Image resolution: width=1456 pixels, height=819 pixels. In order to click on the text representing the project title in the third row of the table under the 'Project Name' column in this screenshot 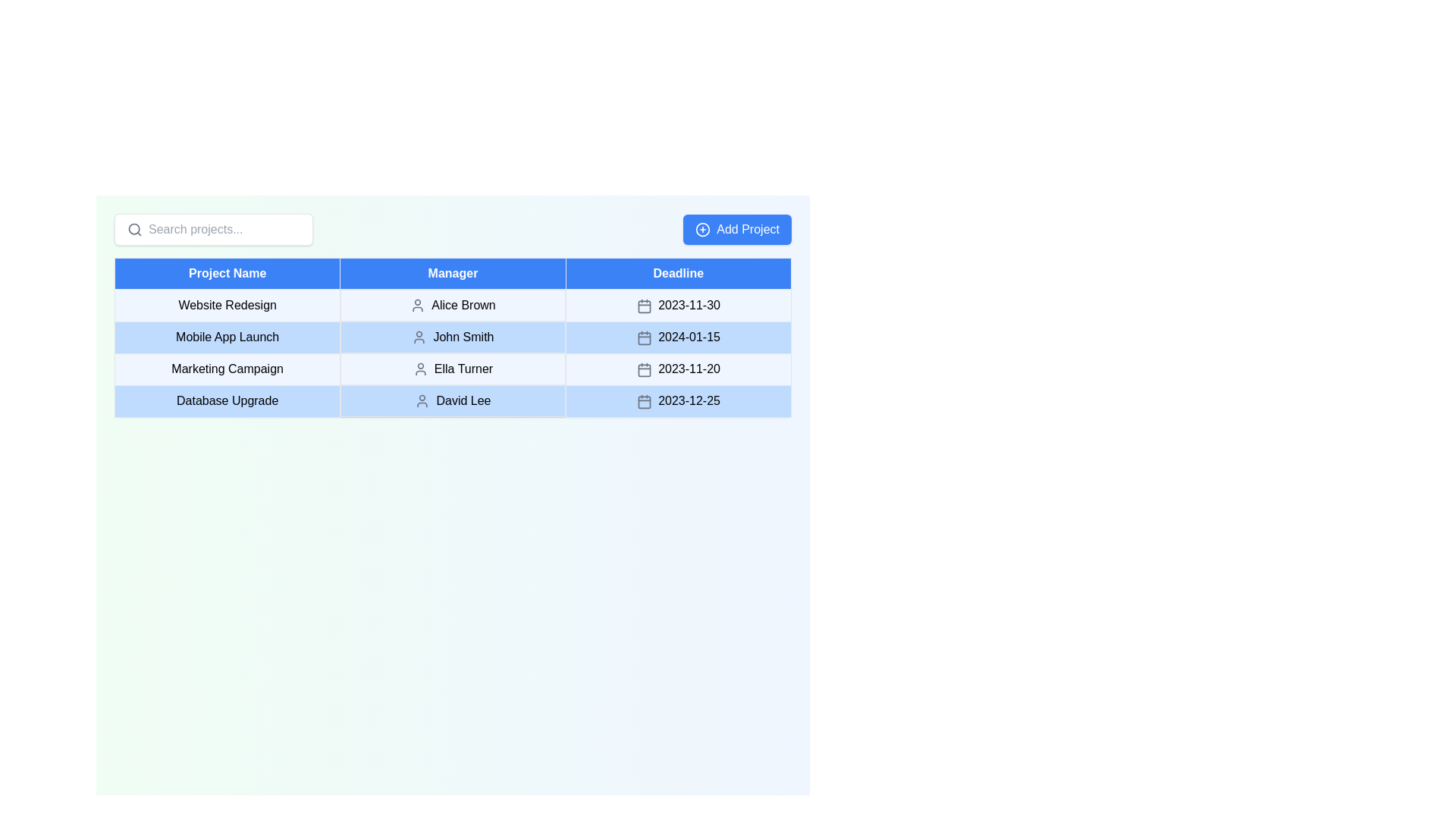, I will do `click(227, 369)`.